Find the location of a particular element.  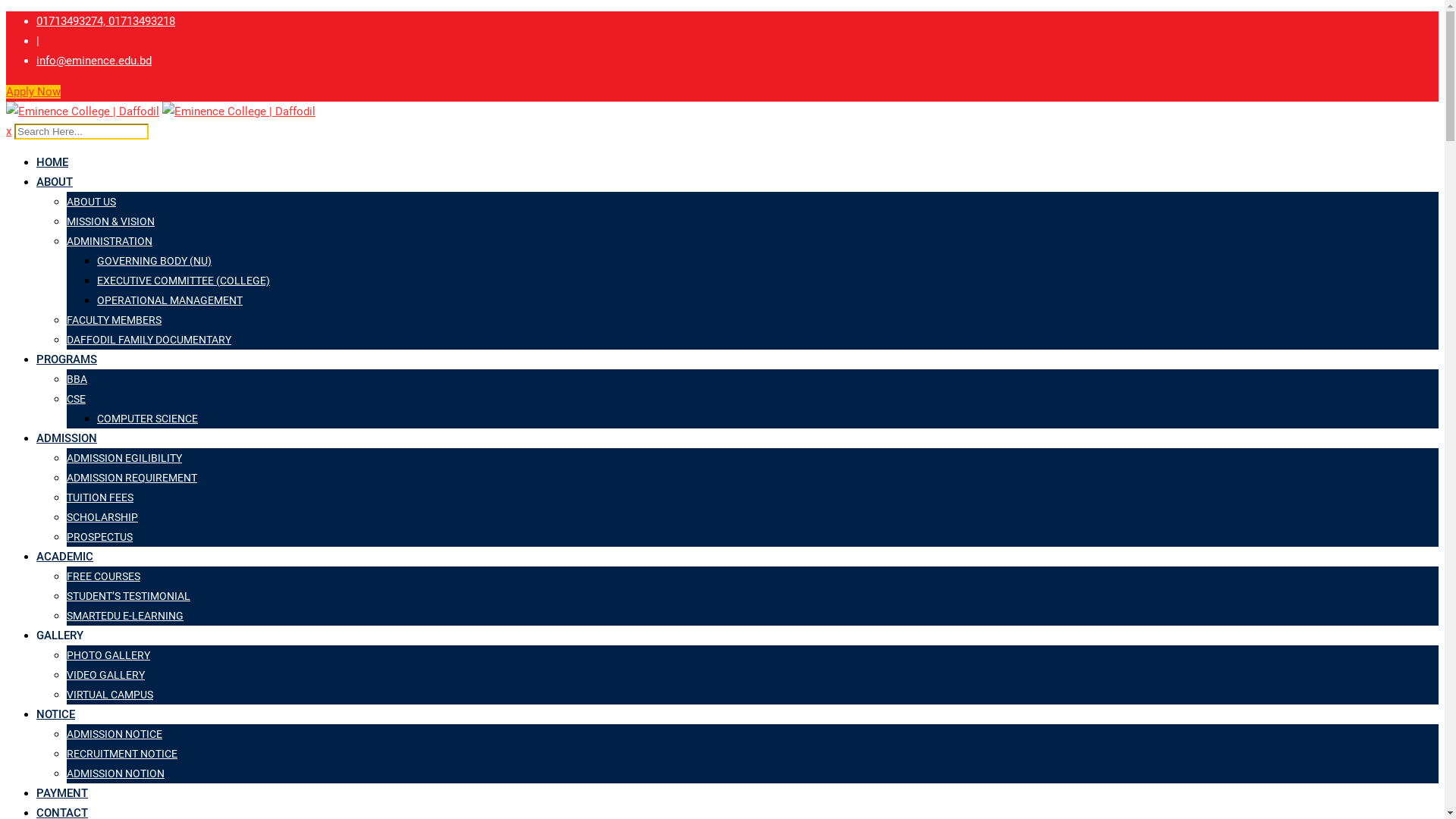

'FREE COURSES' is located at coordinates (102, 576).